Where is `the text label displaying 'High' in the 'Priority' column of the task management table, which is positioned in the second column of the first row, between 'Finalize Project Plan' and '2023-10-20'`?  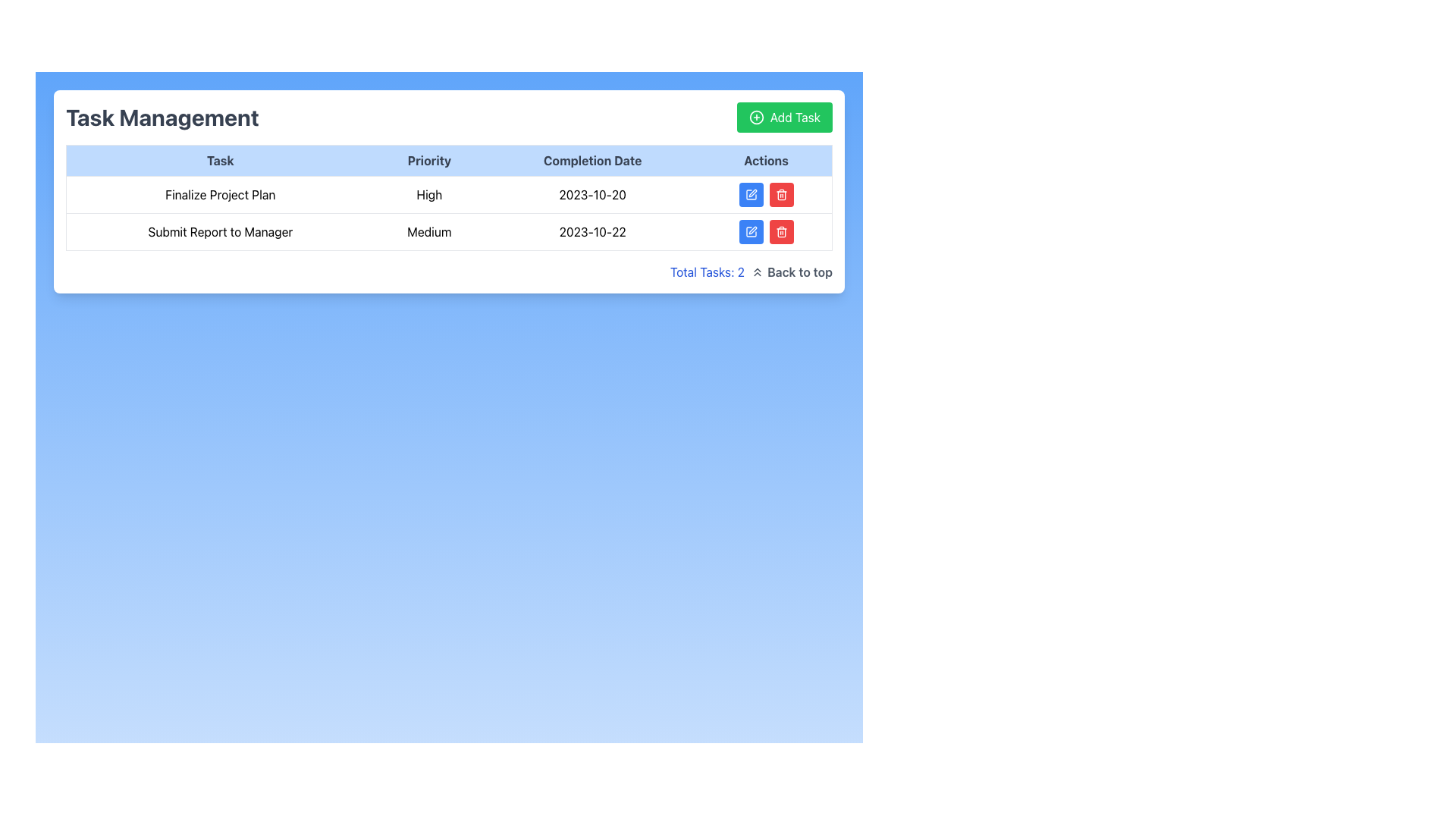
the text label displaying 'High' in the 'Priority' column of the task management table, which is positioned in the second column of the first row, between 'Finalize Project Plan' and '2023-10-20' is located at coordinates (428, 194).